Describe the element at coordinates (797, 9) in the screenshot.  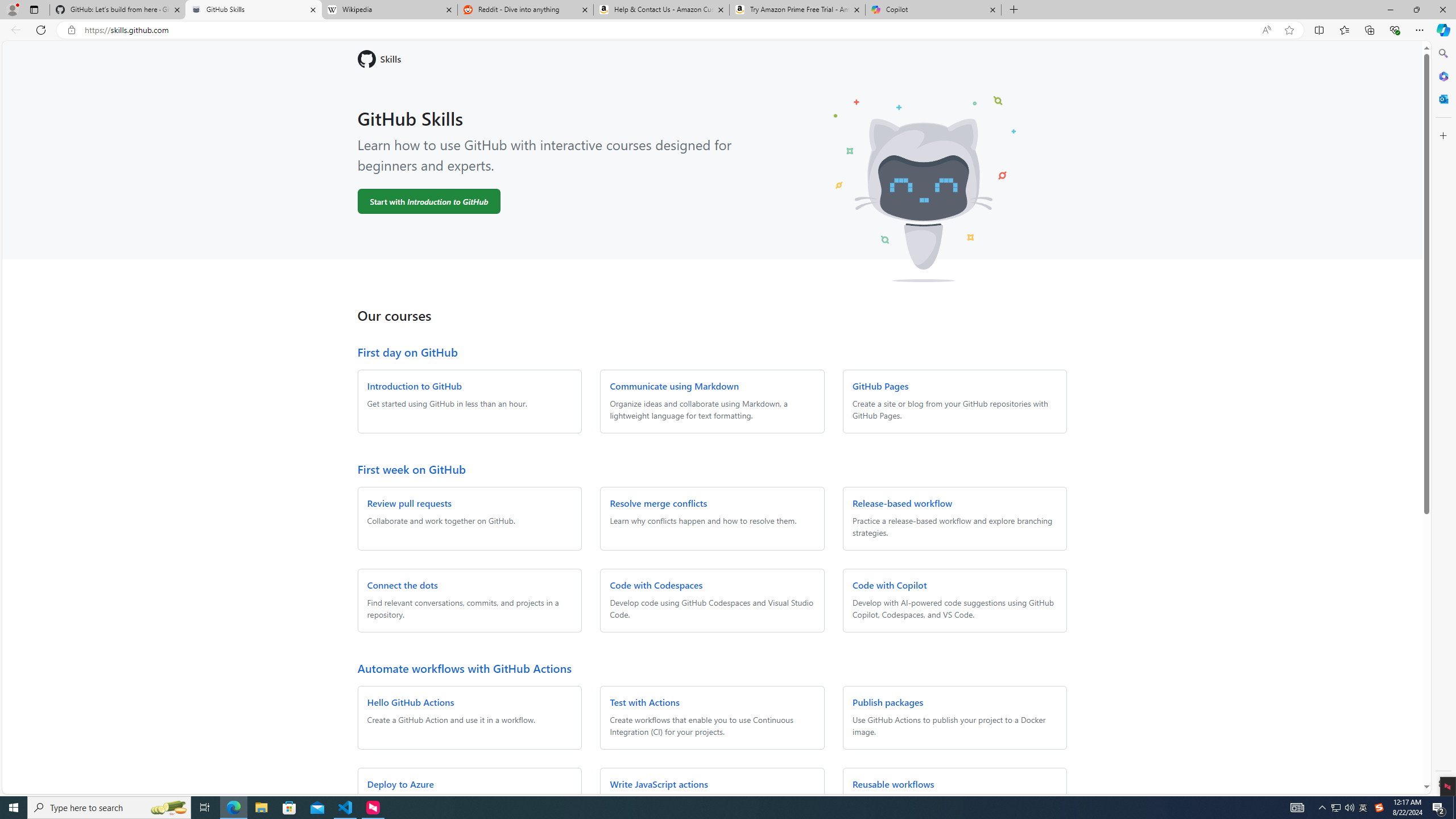
I see `'Try Amazon Prime Free Trial - Amazon Customer Service'` at that location.